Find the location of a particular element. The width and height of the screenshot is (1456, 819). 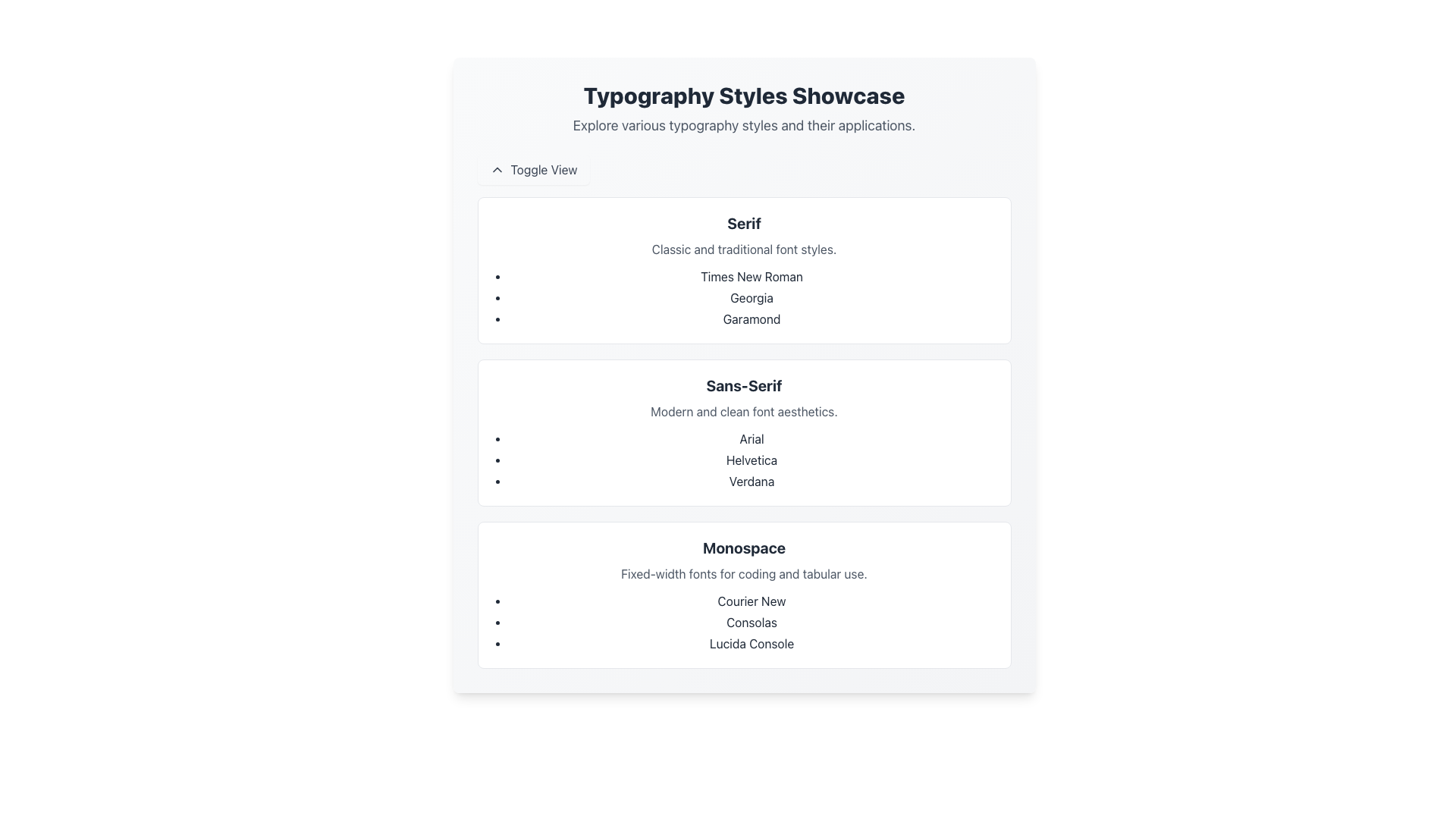

the list of font names ('Arial', 'Helvetica', 'Verdana') that is styled in gray and presented with black bullet points, located in the 'Sans-Serif' section of the application interface is located at coordinates (744, 459).